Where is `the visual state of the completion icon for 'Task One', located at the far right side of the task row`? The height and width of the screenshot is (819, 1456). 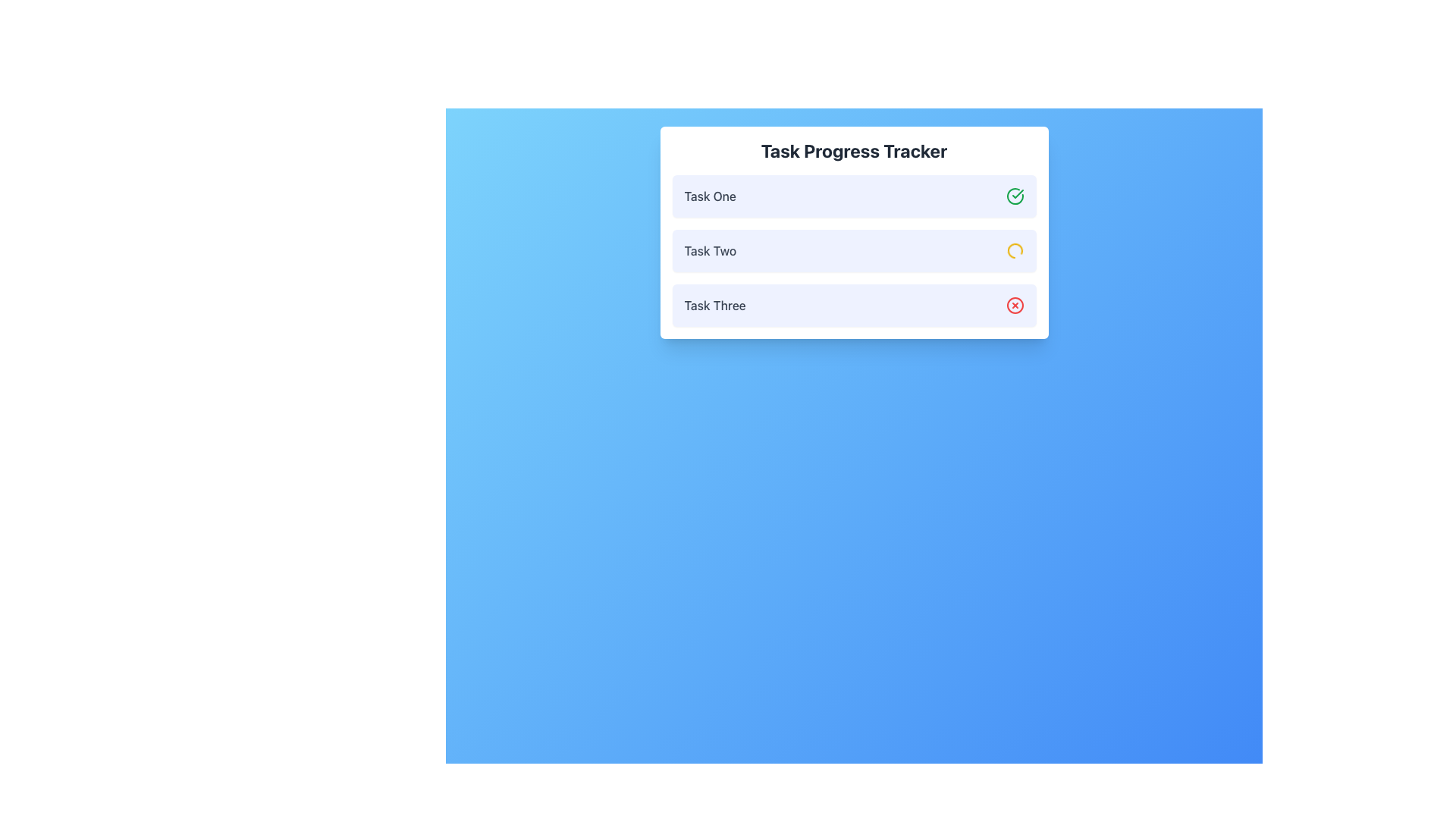 the visual state of the completion icon for 'Task One', located at the far right side of the task row is located at coordinates (1015, 195).